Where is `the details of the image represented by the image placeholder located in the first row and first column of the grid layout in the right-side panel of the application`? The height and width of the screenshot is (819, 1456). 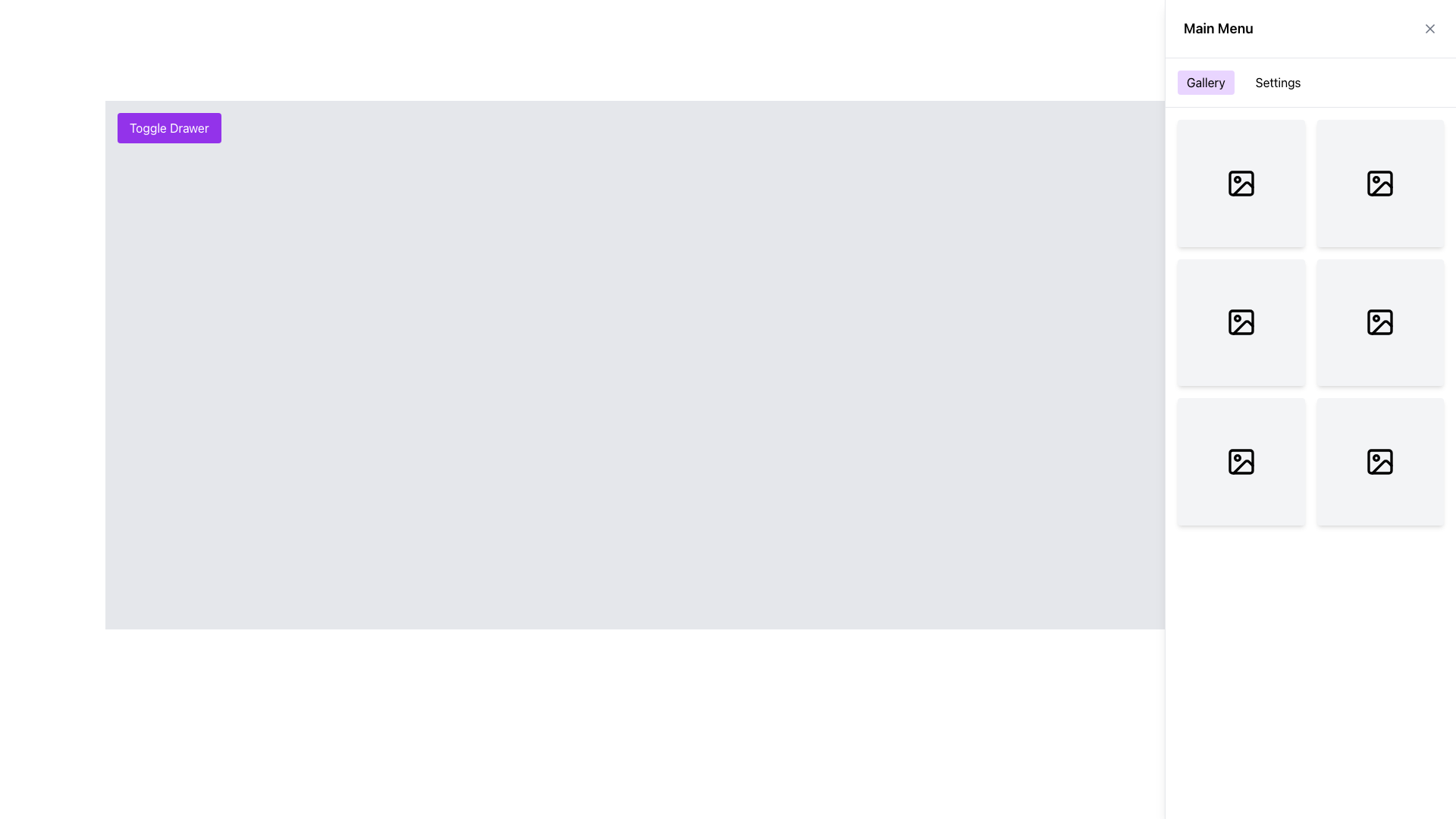 the details of the image represented by the image placeholder located in the first row and first column of the grid layout in the right-side panel of the application is located at coordinates (1241, 182).